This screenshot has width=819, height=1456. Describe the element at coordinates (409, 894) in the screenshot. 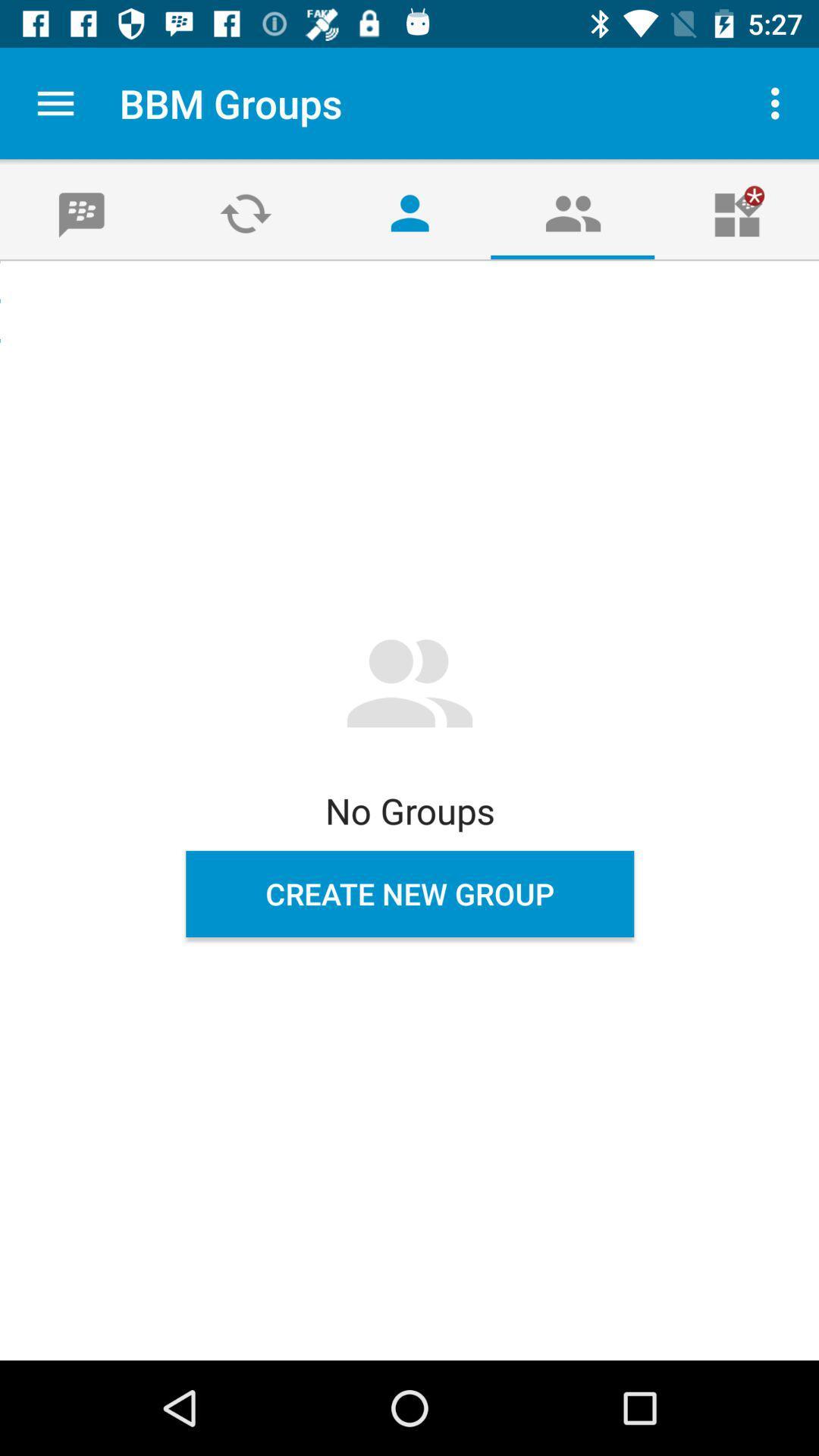

I see `the create new group item` at that location.